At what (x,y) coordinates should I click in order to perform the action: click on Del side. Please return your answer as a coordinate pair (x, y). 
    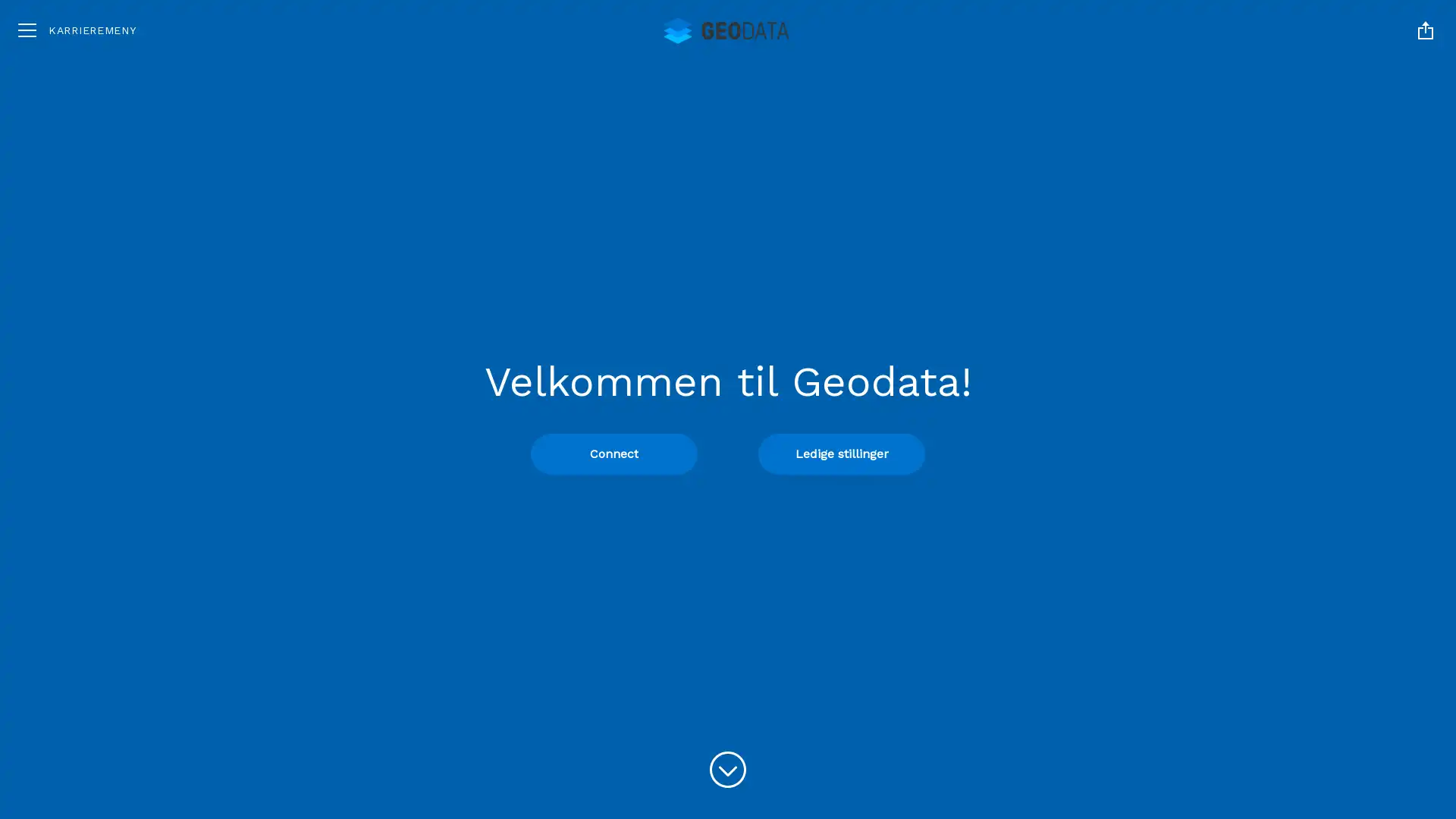
    Looking at the image, I should click on (1425, 30).